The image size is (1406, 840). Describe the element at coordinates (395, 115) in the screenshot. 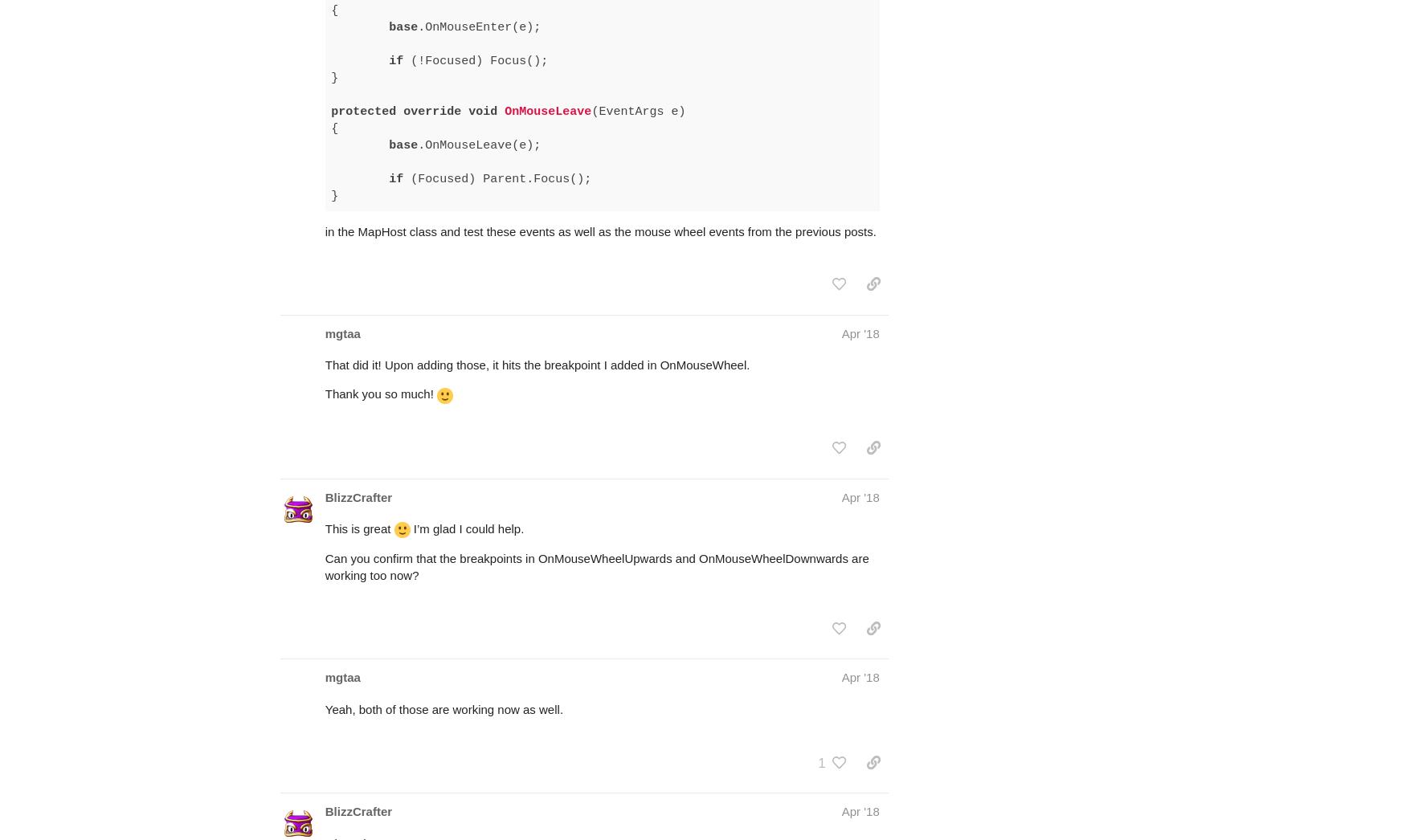

I see `'if'` at that location.